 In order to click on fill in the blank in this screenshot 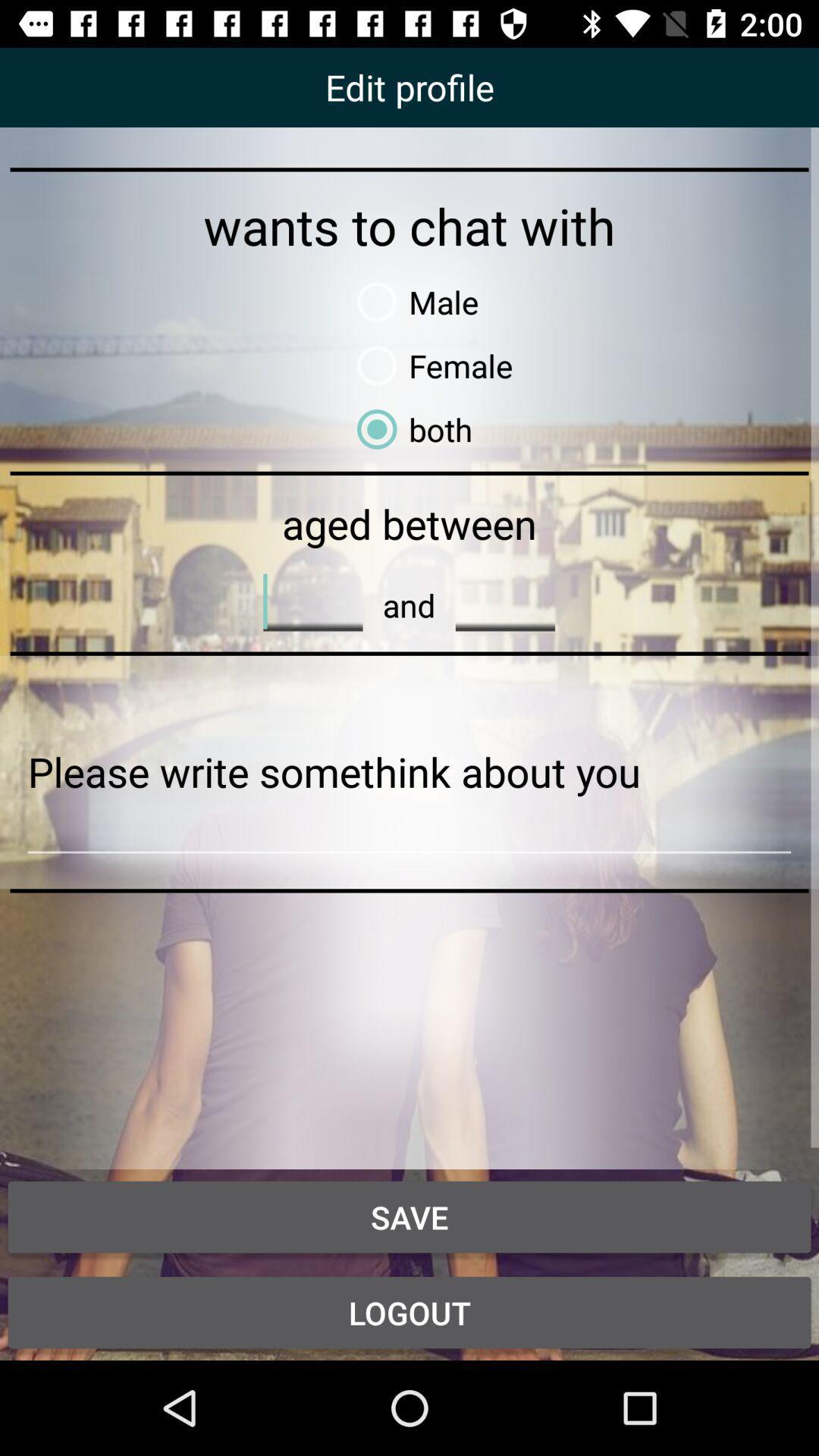, I will do `click(505, 601)`.